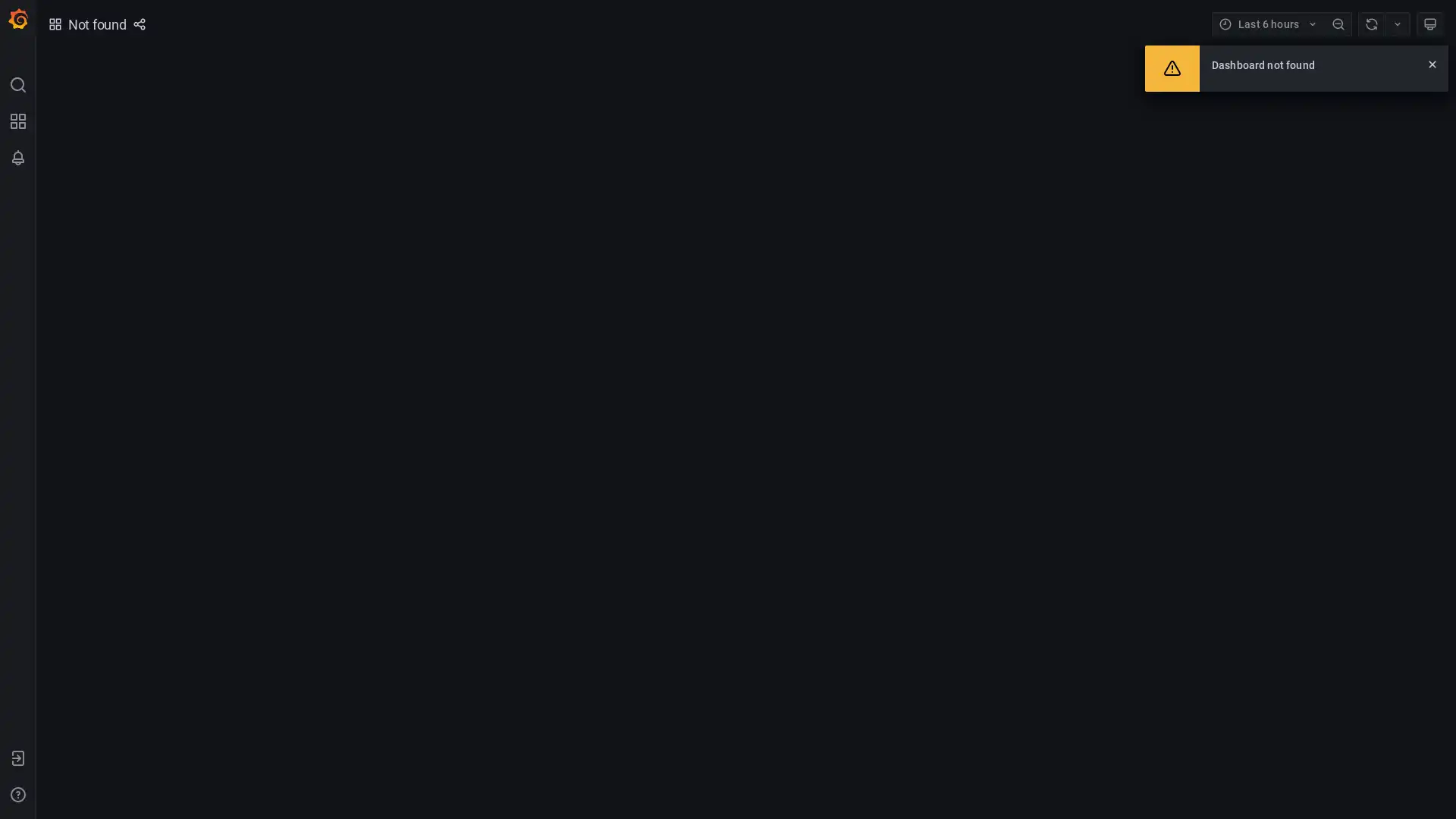  What do you see at coordinates (1371, 24) in the screenshot?
I see `Refresh dashboard` at bounding box center [1371, 24].